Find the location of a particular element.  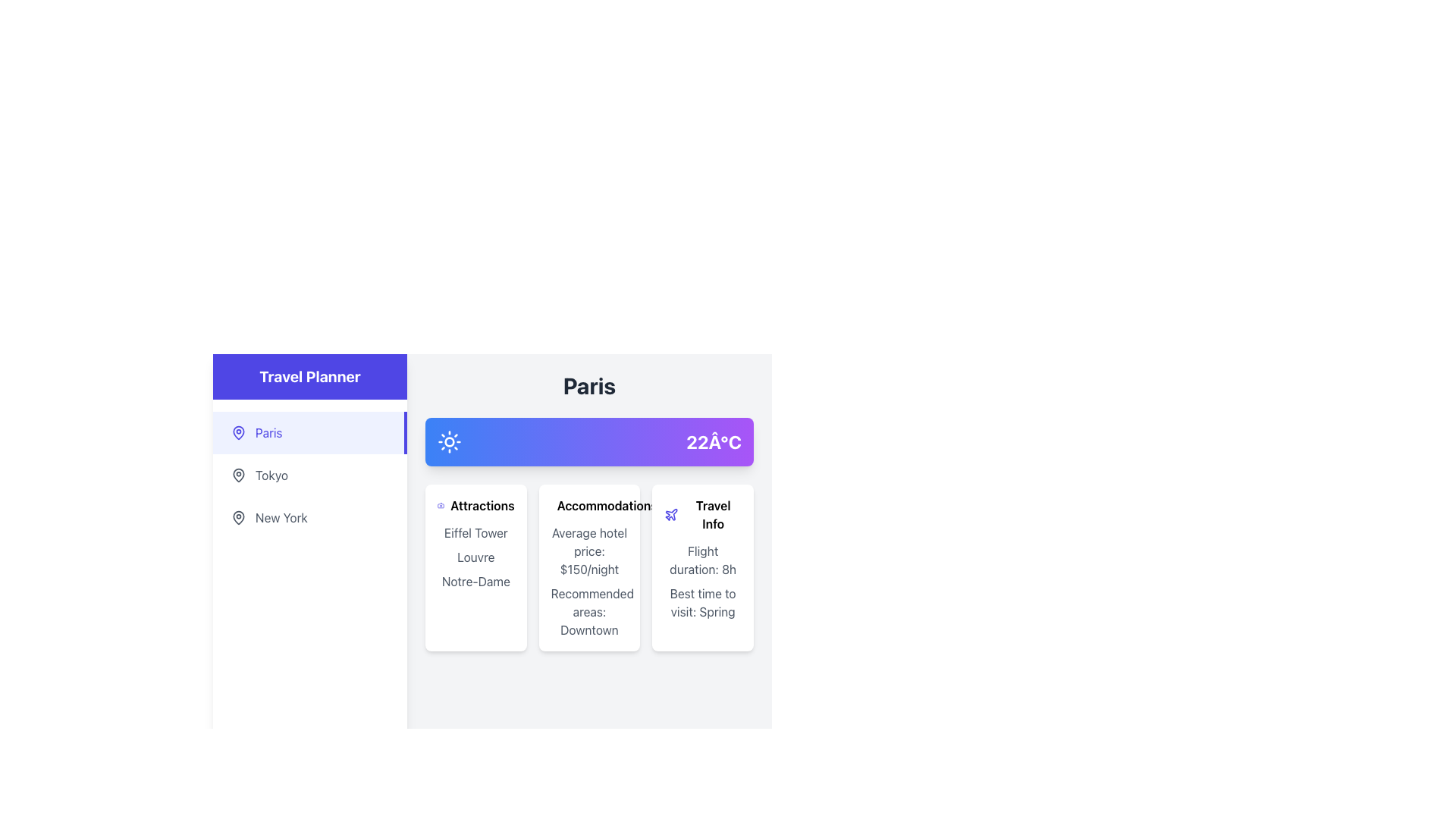

the 'Attractions' TextLabel with Icon, which features a camera symbol in indigo color is located at coordinates (475, 506).